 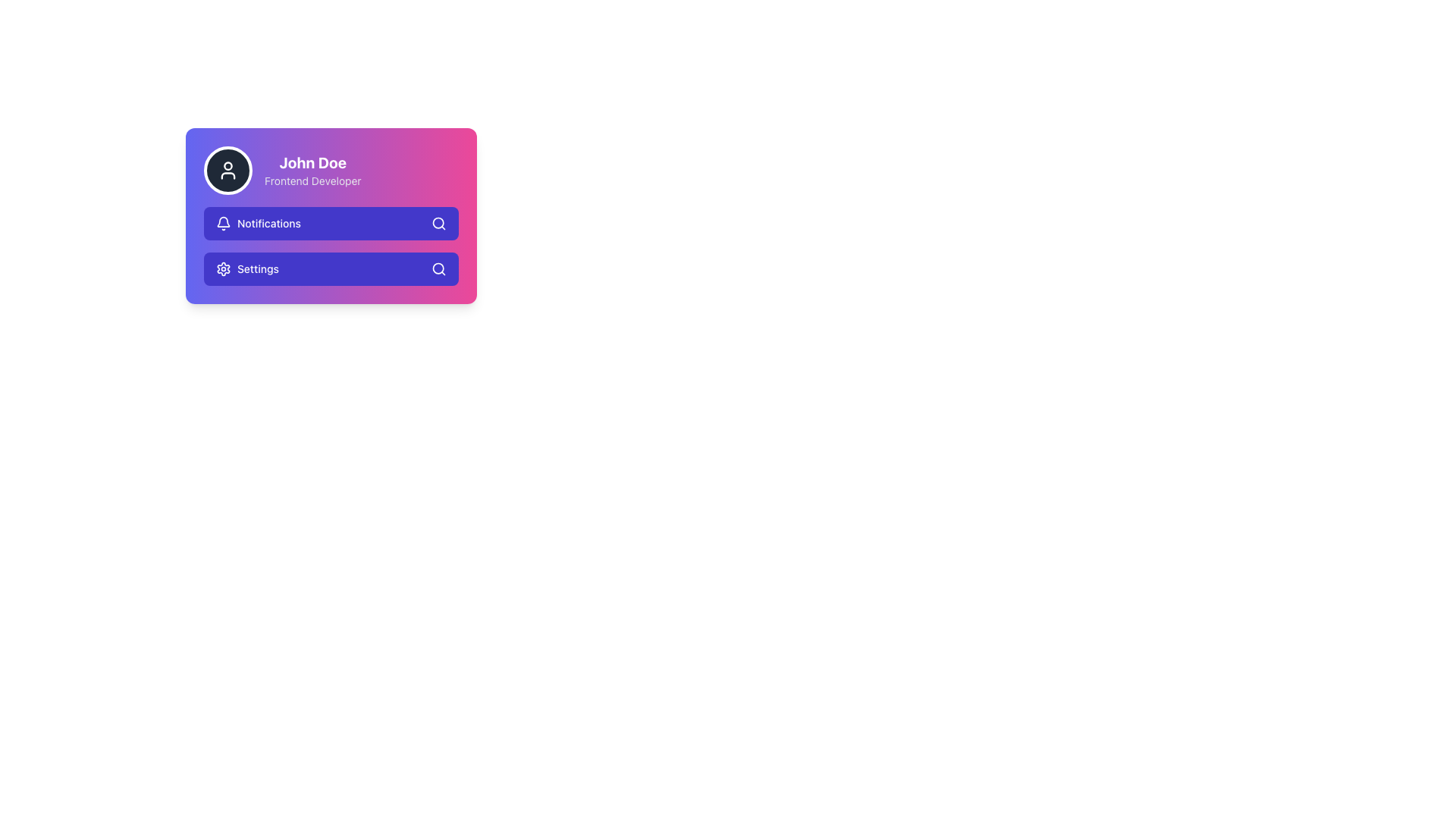 I want to click on the user profile icon located at the top-left section of the card component, so click(x=227, y=170).